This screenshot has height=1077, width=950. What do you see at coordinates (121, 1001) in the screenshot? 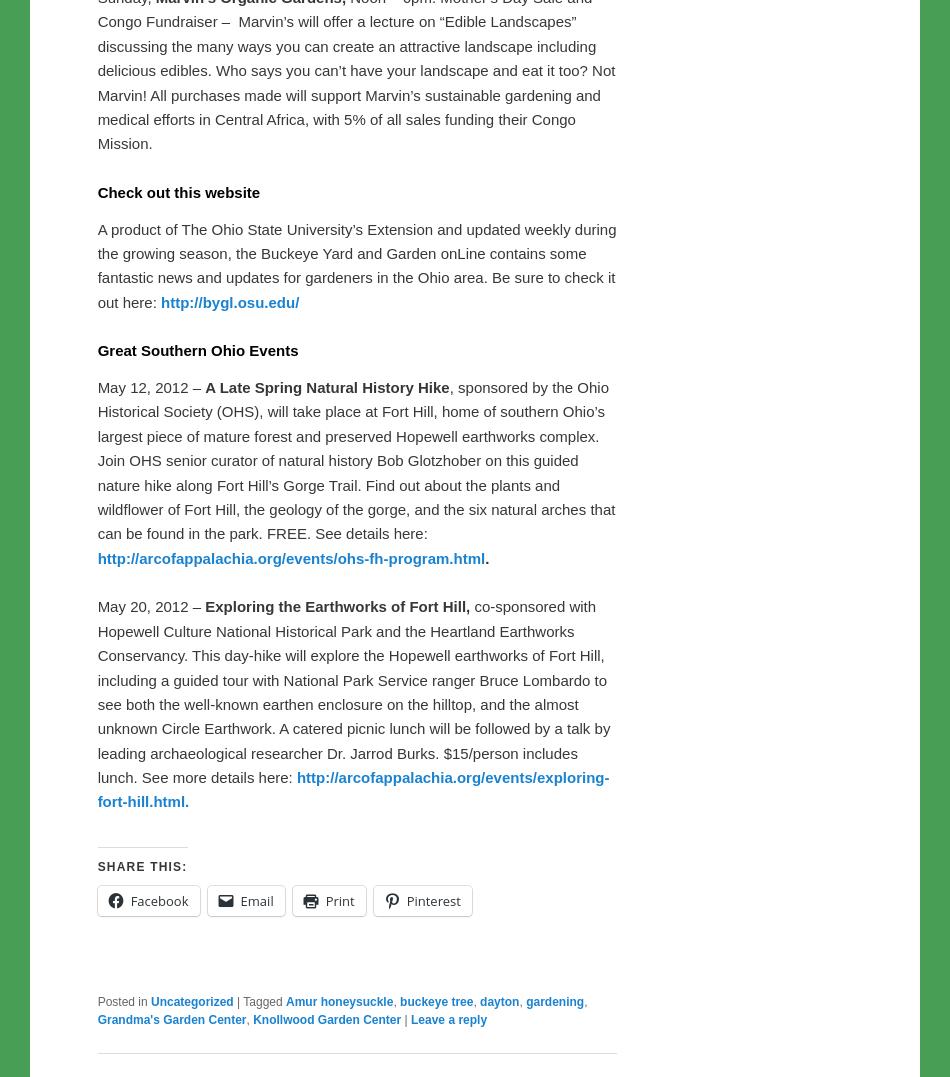
I see `'Posted in'` at bounding box center [121, 1001].